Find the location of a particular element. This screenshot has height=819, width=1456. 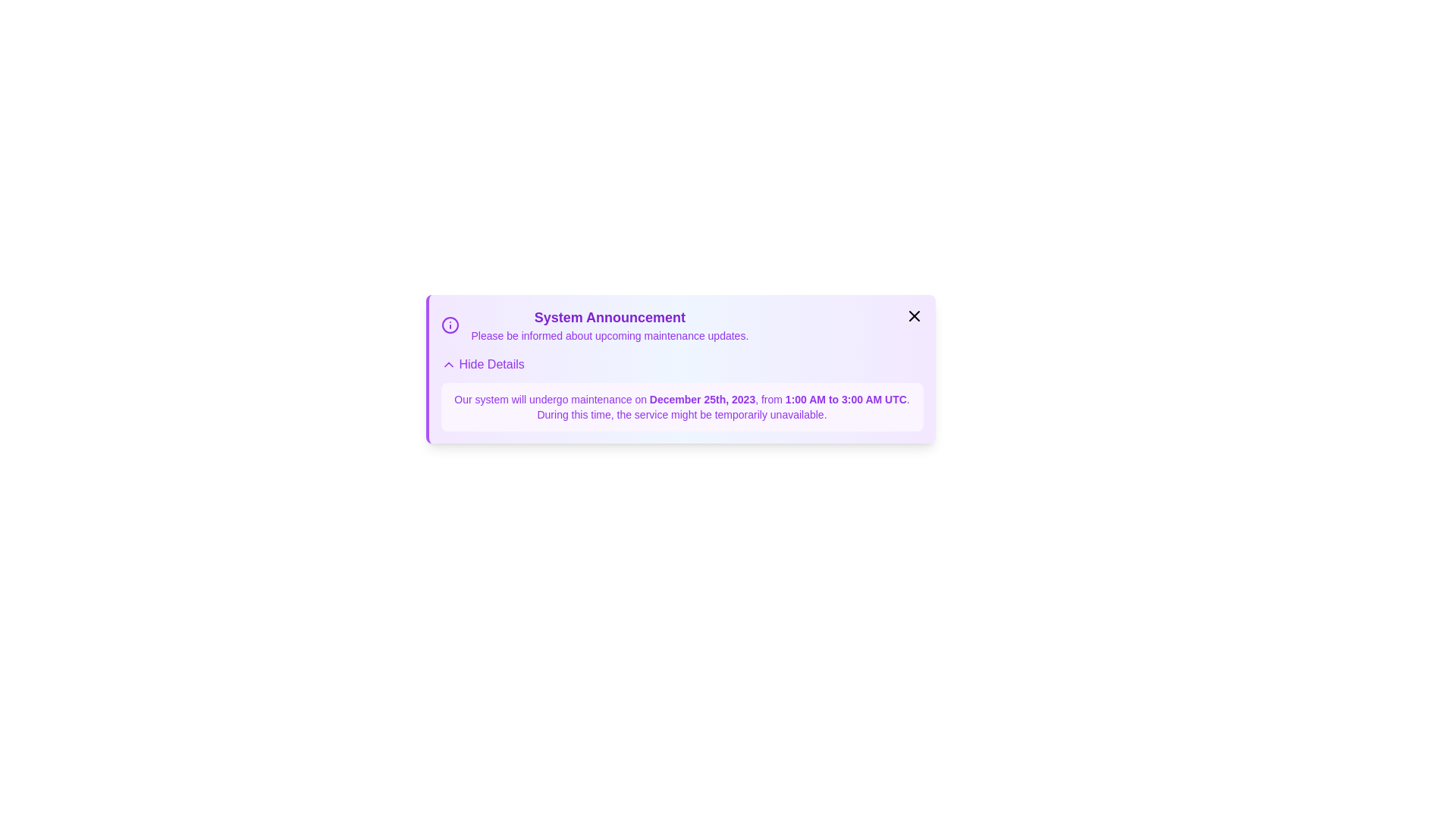

the small upward-pointing chevron SVG icon located to the left of the 'Hide Details' text in the notification interface is located at coordinates (447, 365).